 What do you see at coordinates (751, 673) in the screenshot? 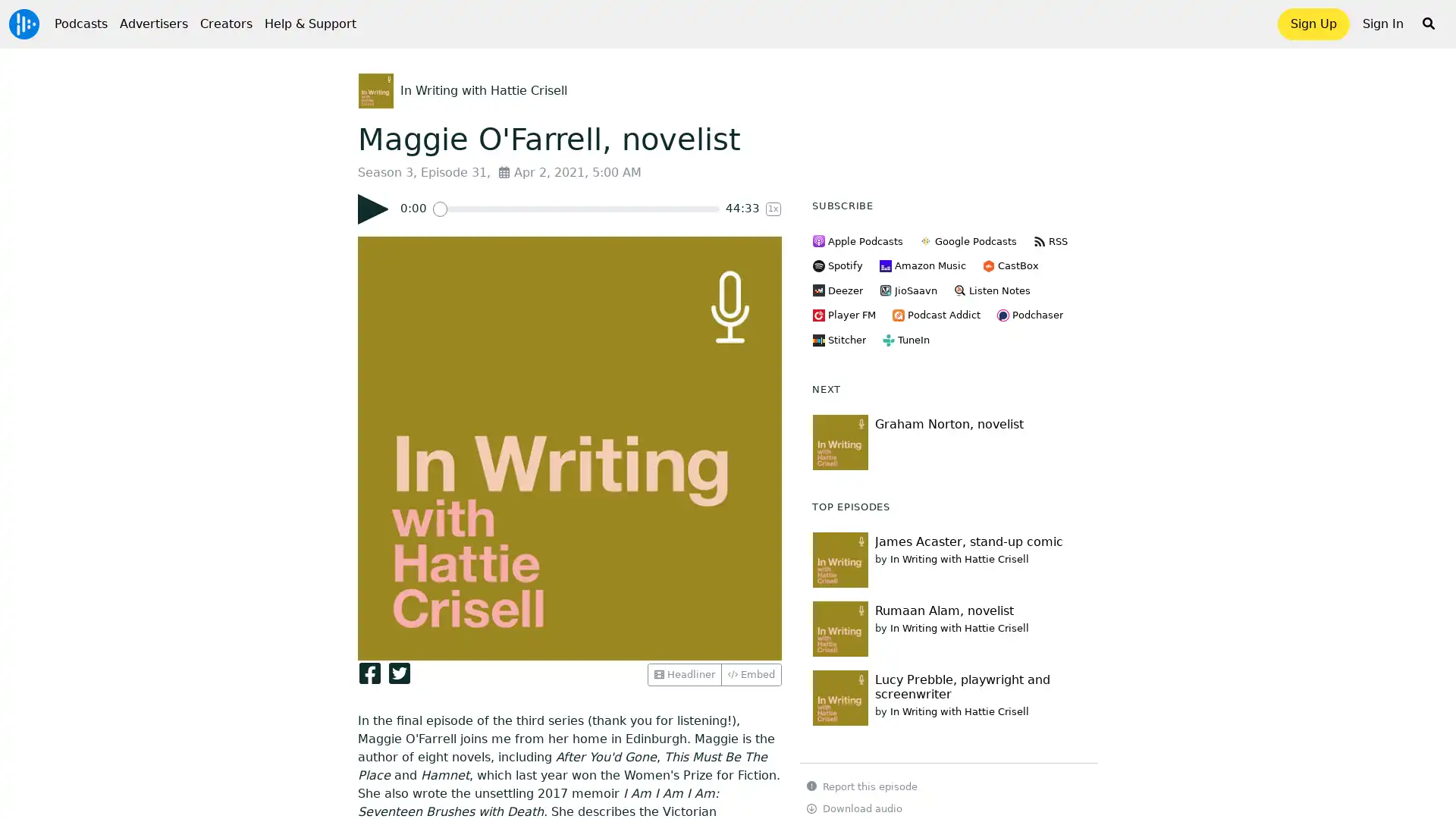
I see `Embed` at bounding box center [751, 673].